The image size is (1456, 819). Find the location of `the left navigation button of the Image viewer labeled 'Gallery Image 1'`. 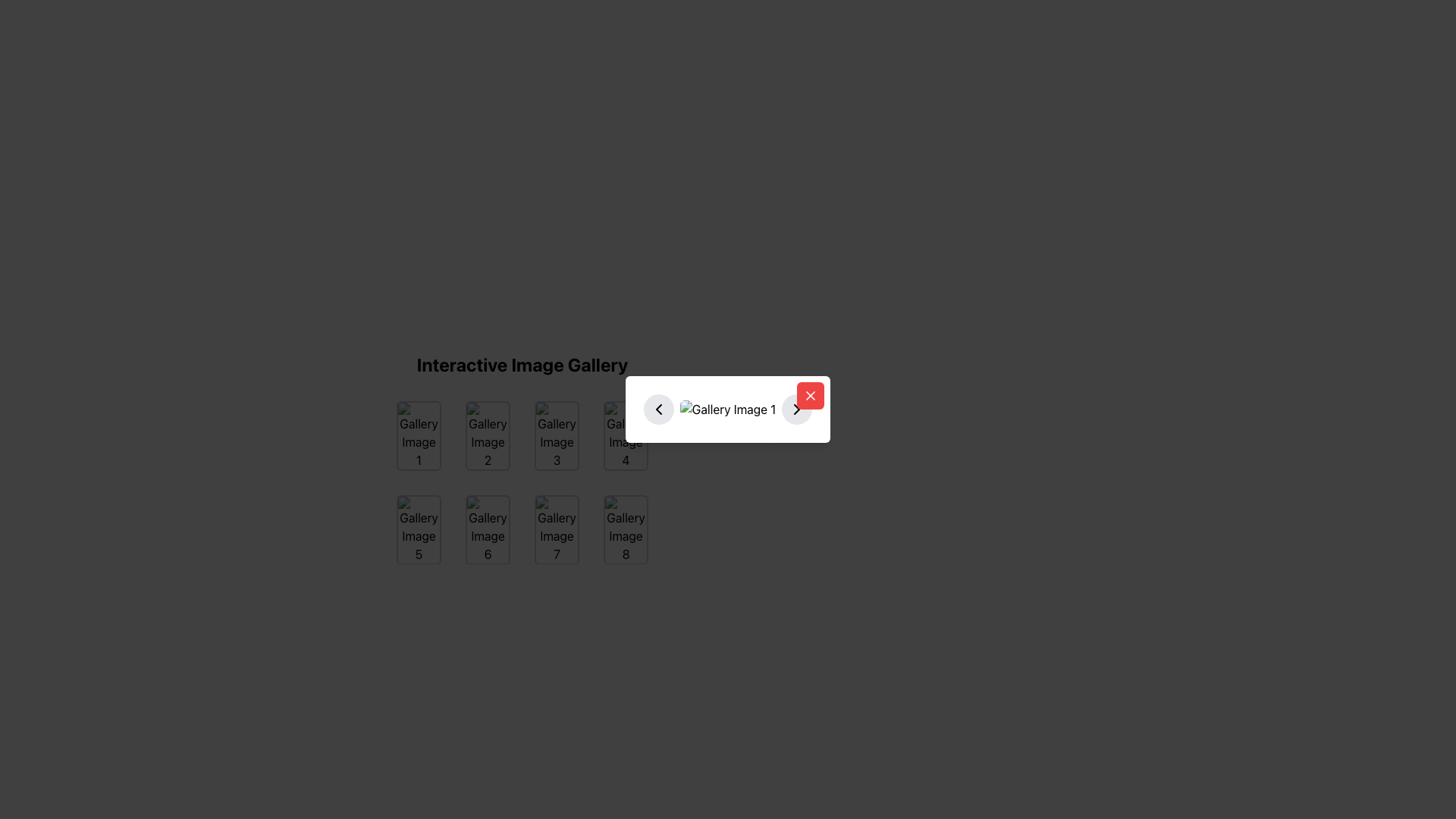

the left navigation button of the Image viewer labeled 'Gallery Image 1' is located at coordinates (728, 409).